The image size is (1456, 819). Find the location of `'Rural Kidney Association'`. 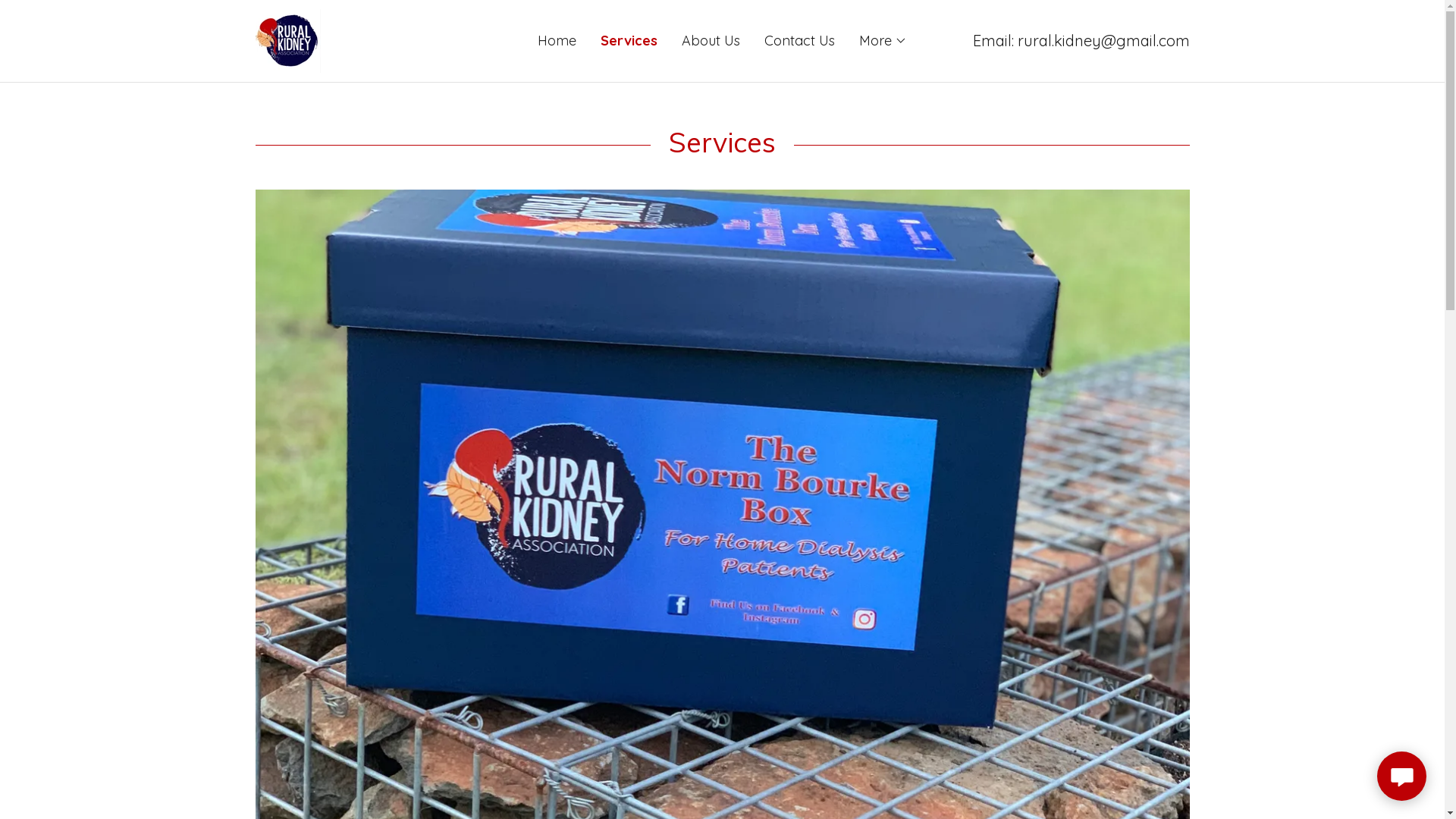

'Rural Kidney Association' is located at coordinates (287, 39).